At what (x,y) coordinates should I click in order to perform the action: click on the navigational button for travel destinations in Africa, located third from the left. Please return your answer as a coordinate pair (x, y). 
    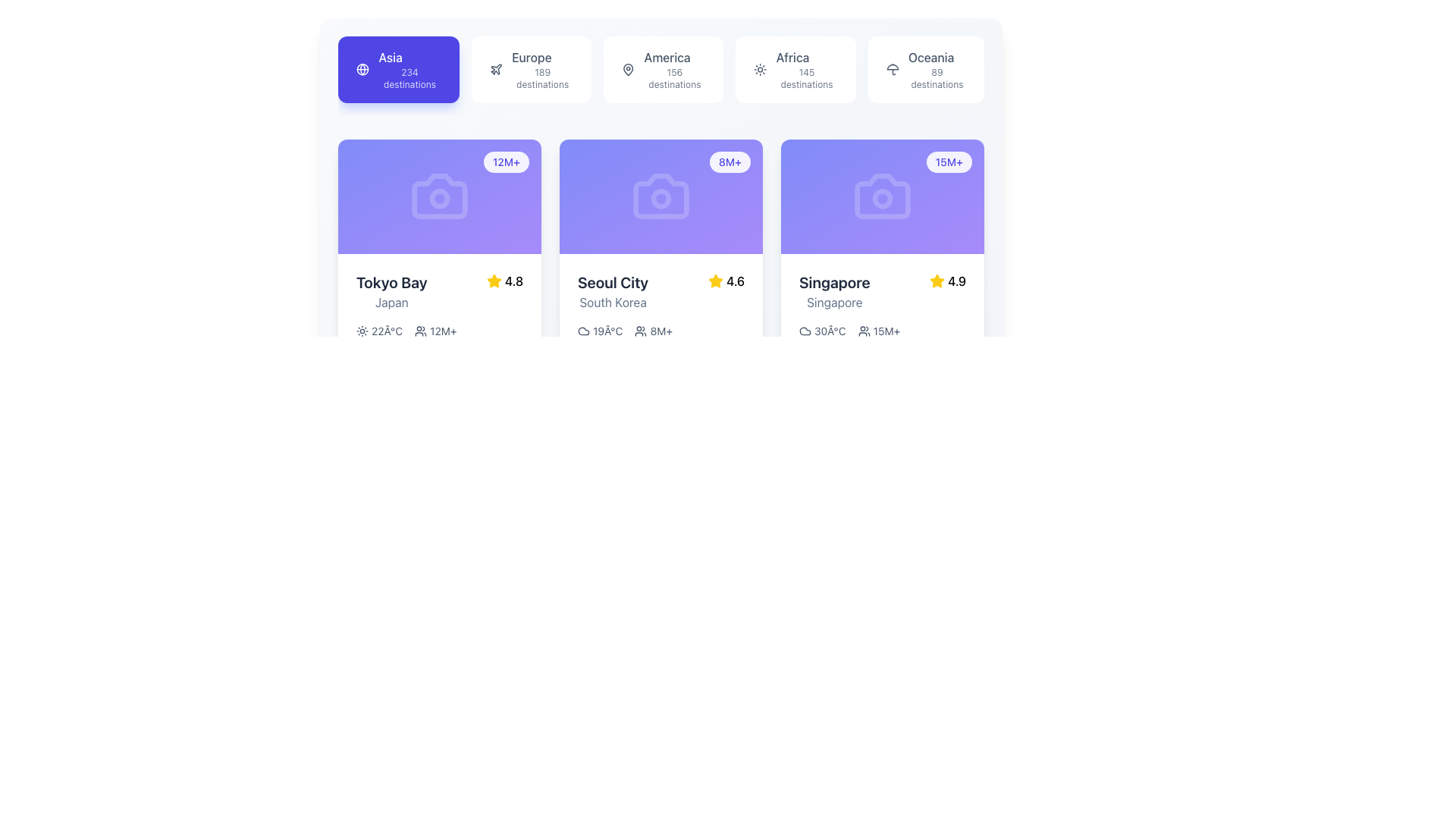
    Looking at the image, I should click on (806, 70).